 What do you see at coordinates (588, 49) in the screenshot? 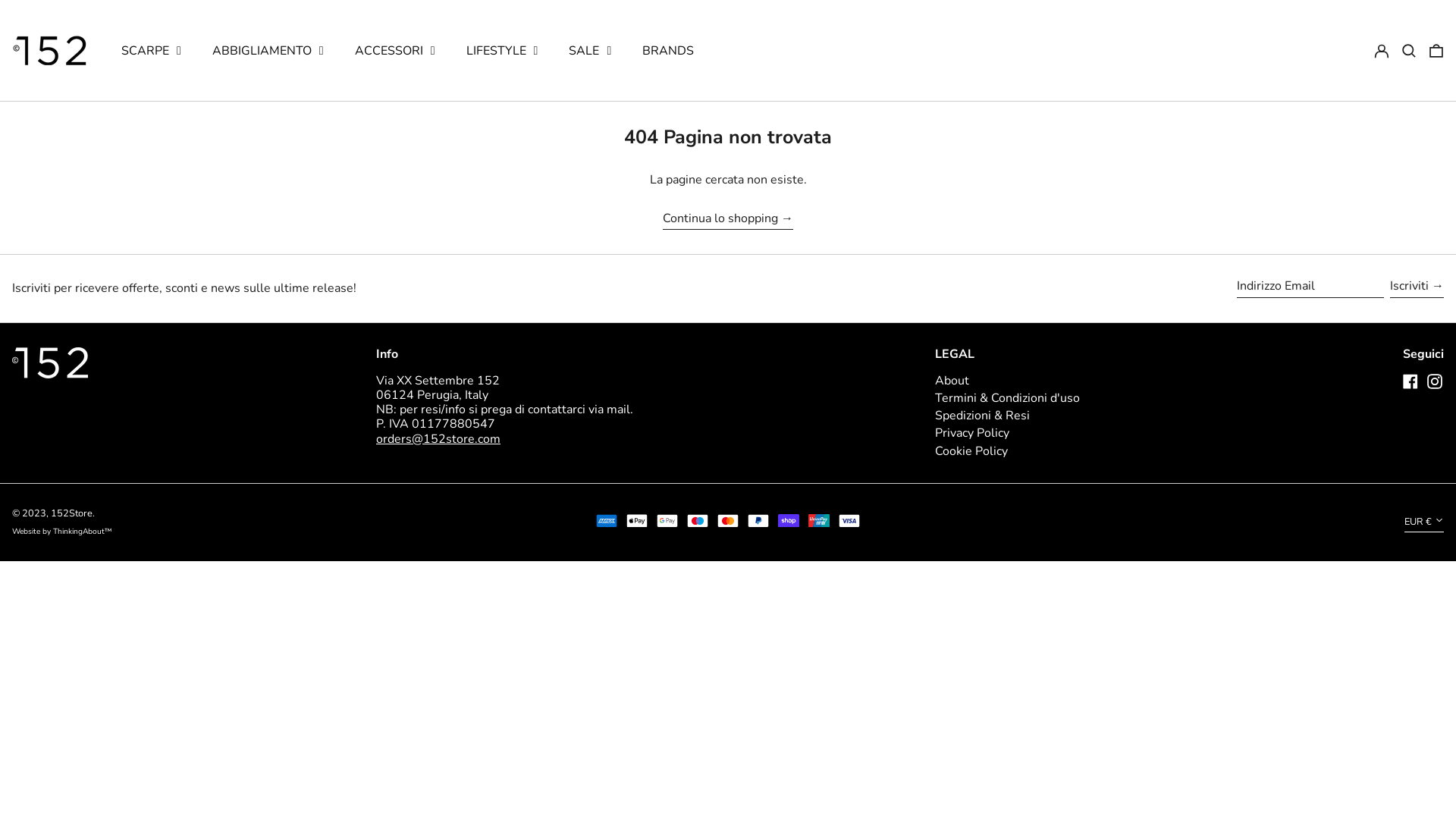
I see `'SALE'` at bounding box center [588, 49].